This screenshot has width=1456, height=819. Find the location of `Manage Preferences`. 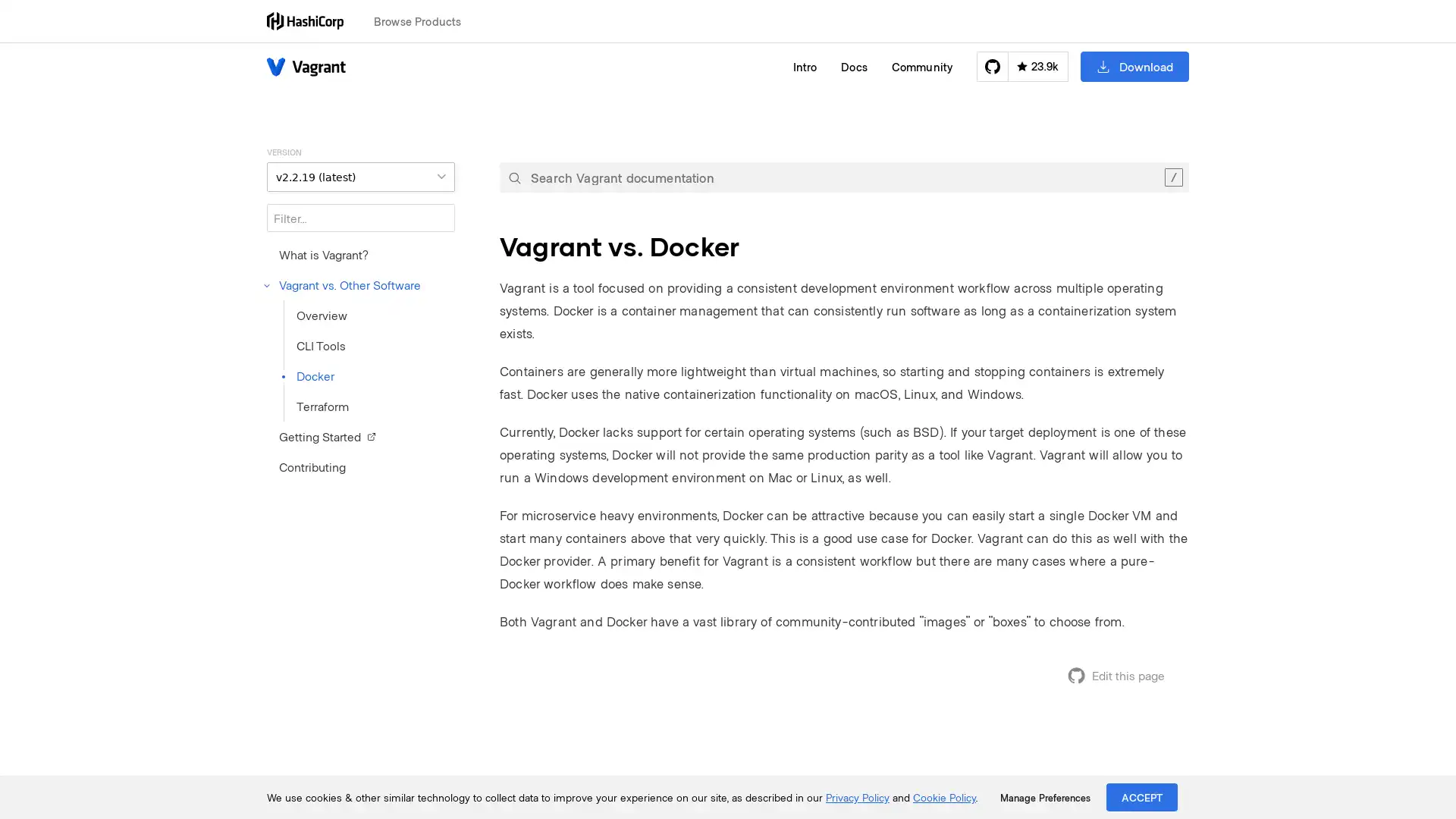

Manage Preferences is located at coordinates (1044, 797).